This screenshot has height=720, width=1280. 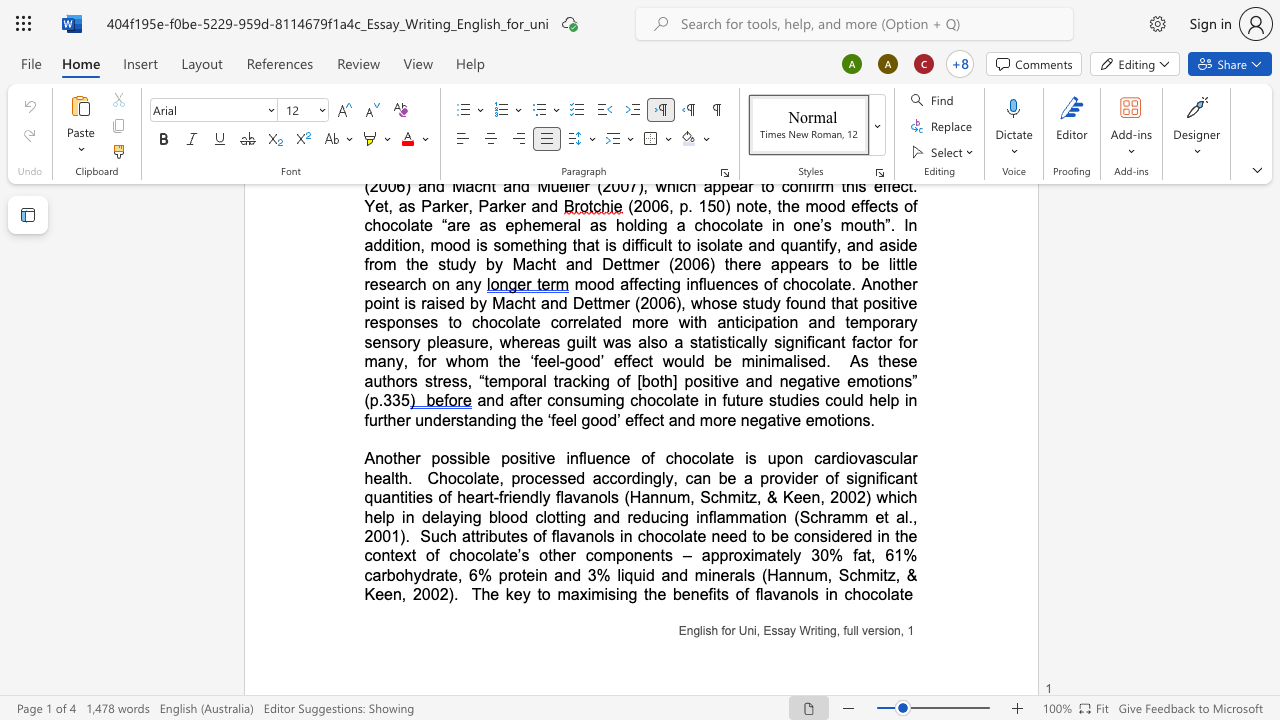 I want to click on the space between the continuous character "q" and "u" in the text, so click(x=632, y=575).